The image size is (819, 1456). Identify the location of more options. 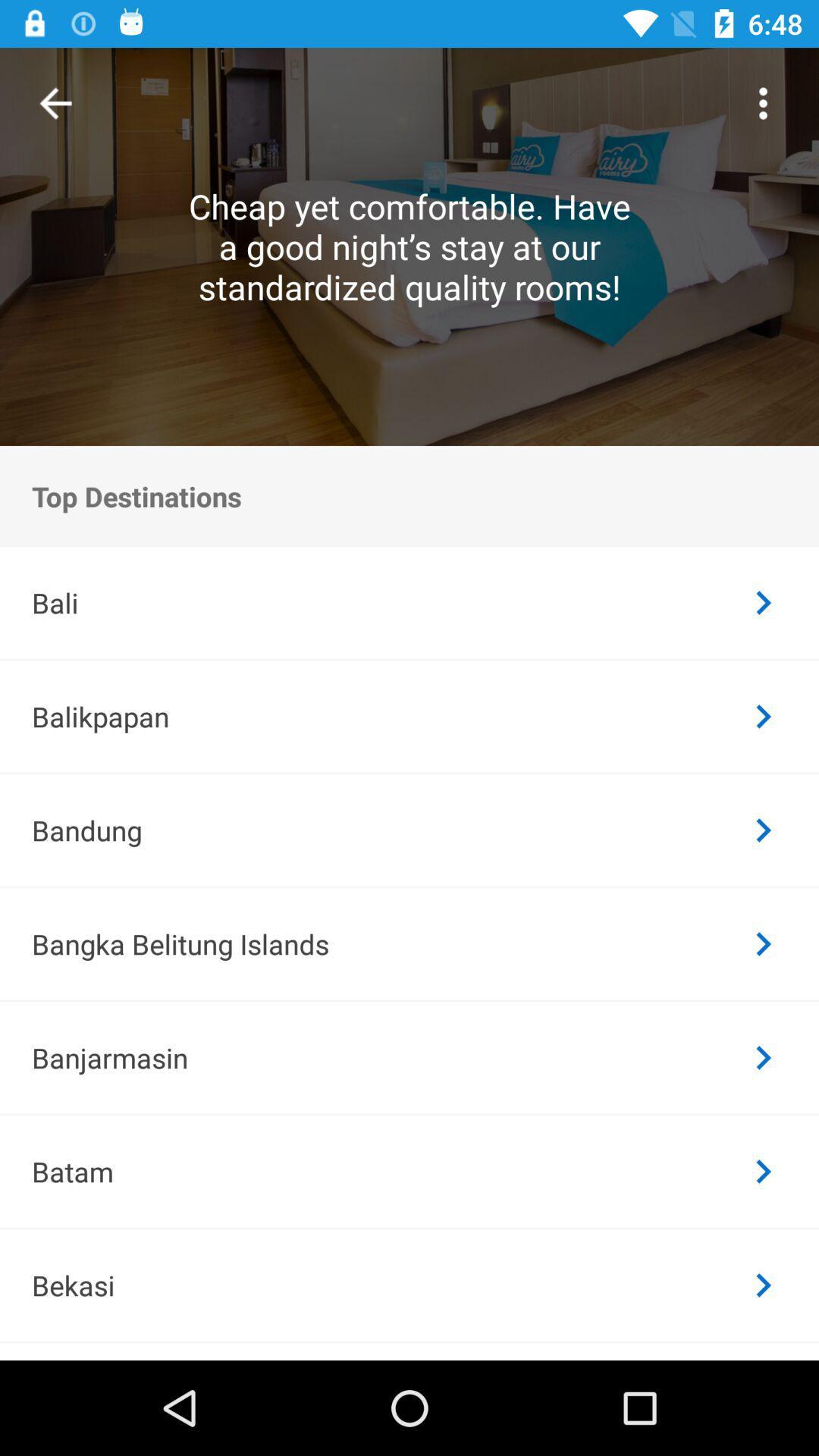
(763, 102).